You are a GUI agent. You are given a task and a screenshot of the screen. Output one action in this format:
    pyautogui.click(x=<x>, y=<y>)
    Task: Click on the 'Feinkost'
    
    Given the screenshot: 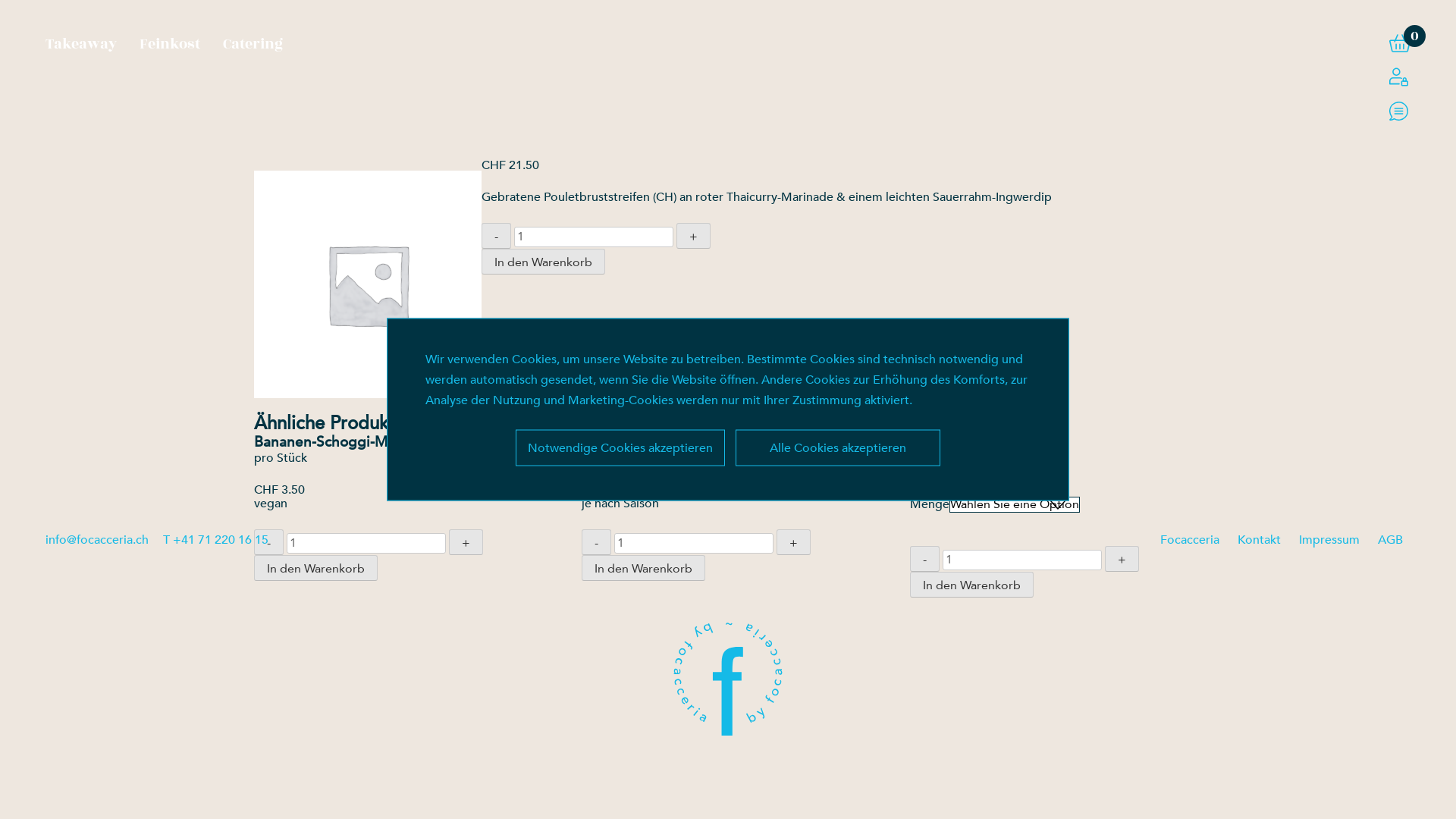 What is the action you would take?
    pyautogui.click(x=170, y=42)
    